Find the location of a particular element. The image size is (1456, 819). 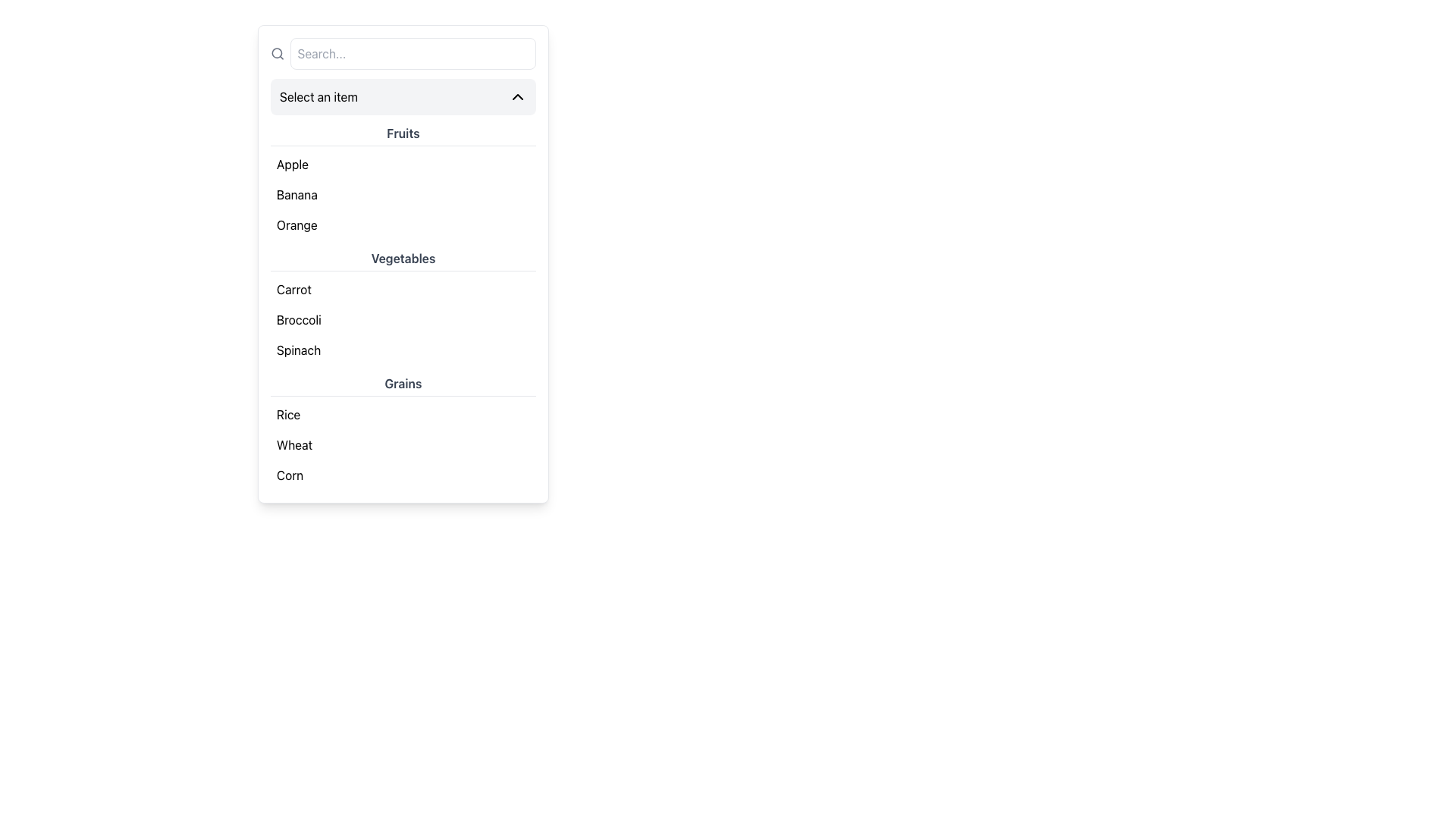

the 'Vegetables' section in the dropdown menu is located at coordinates (403, 307).